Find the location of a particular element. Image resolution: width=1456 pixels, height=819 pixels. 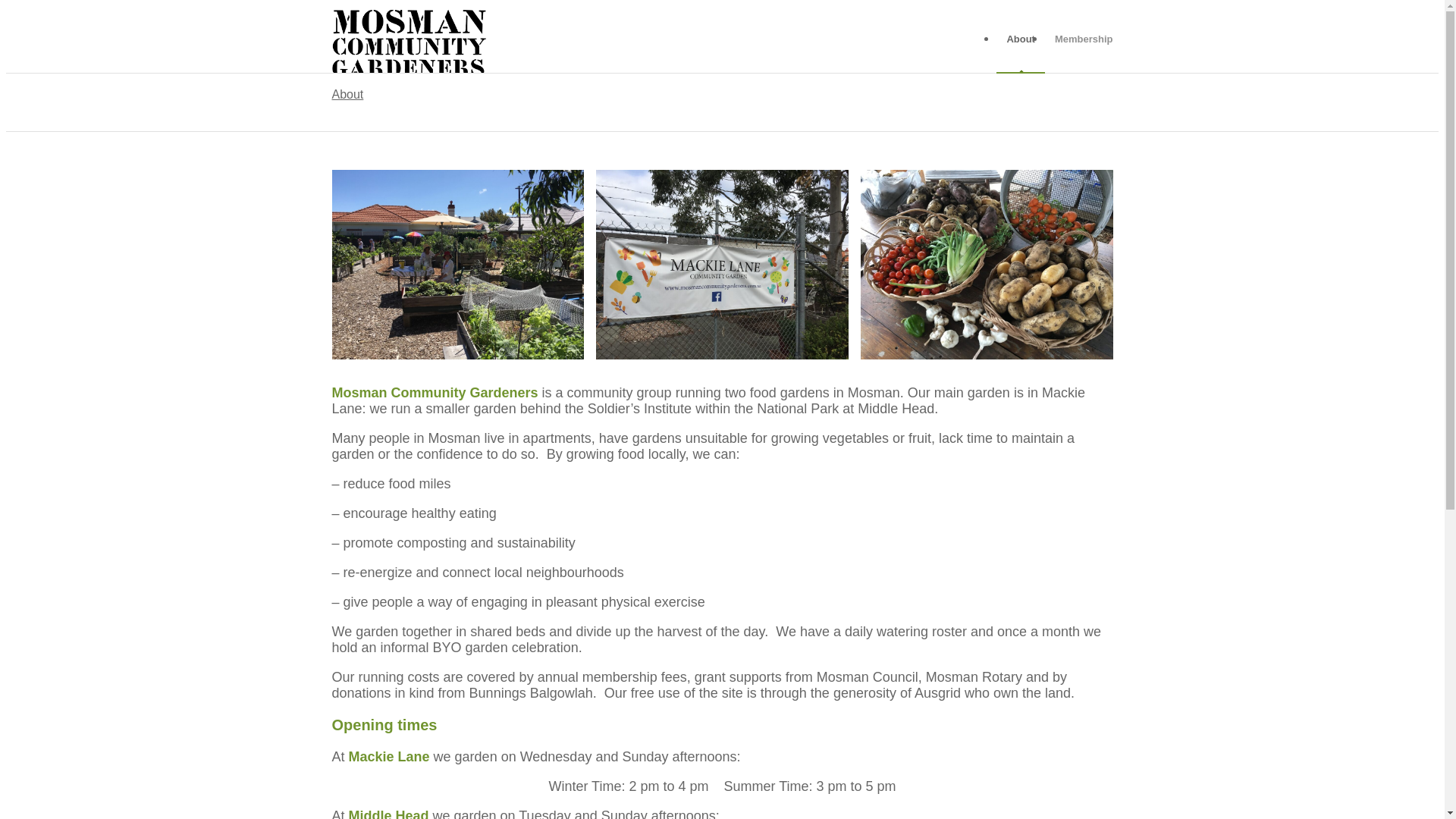

'Membership' is located at coordinates (1078, 38).